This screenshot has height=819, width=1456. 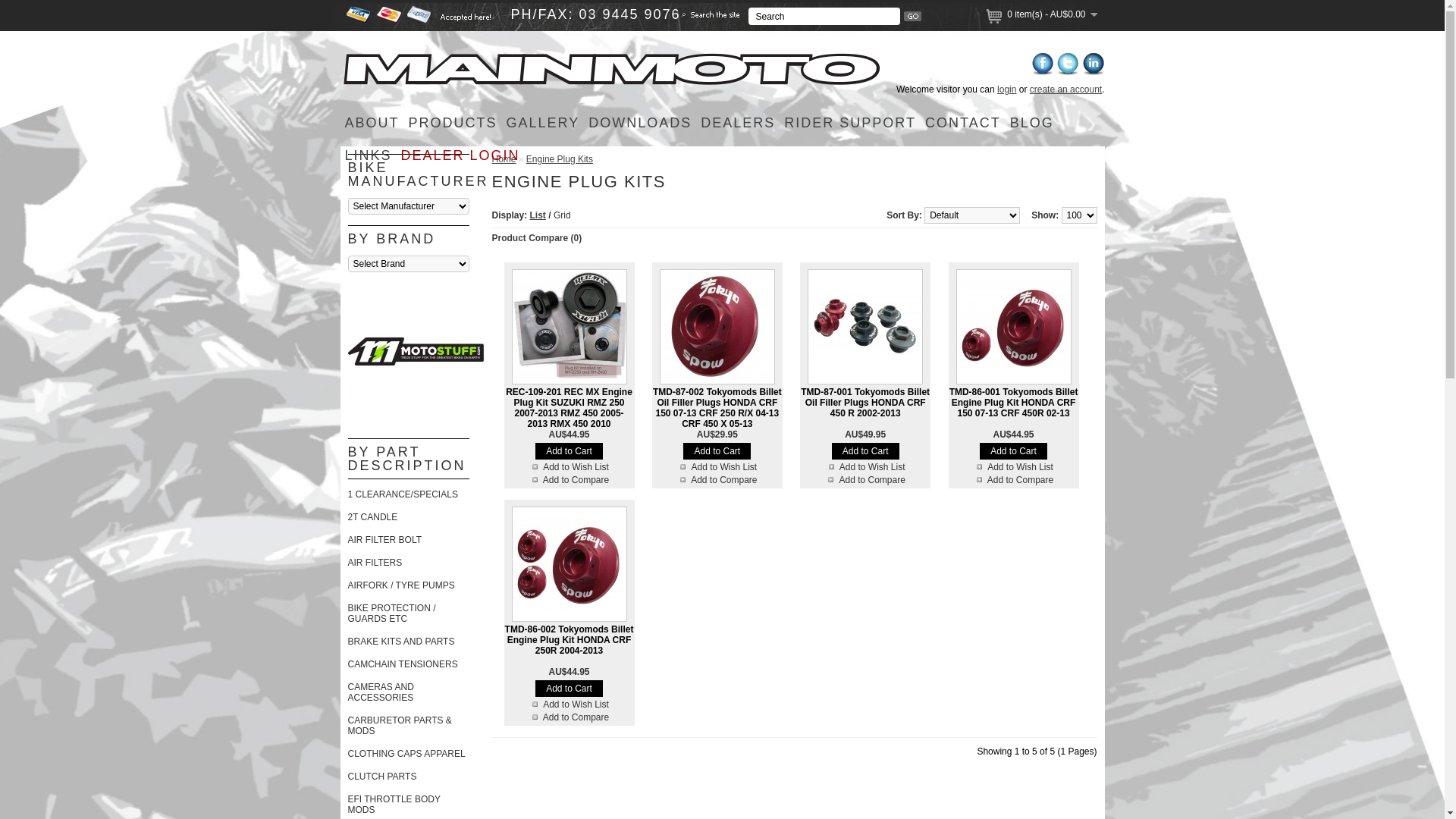 What do you see at coordinates (543, 122) in the screenshot?
I see `'GALLERY'` at bounding box center [543, 122].